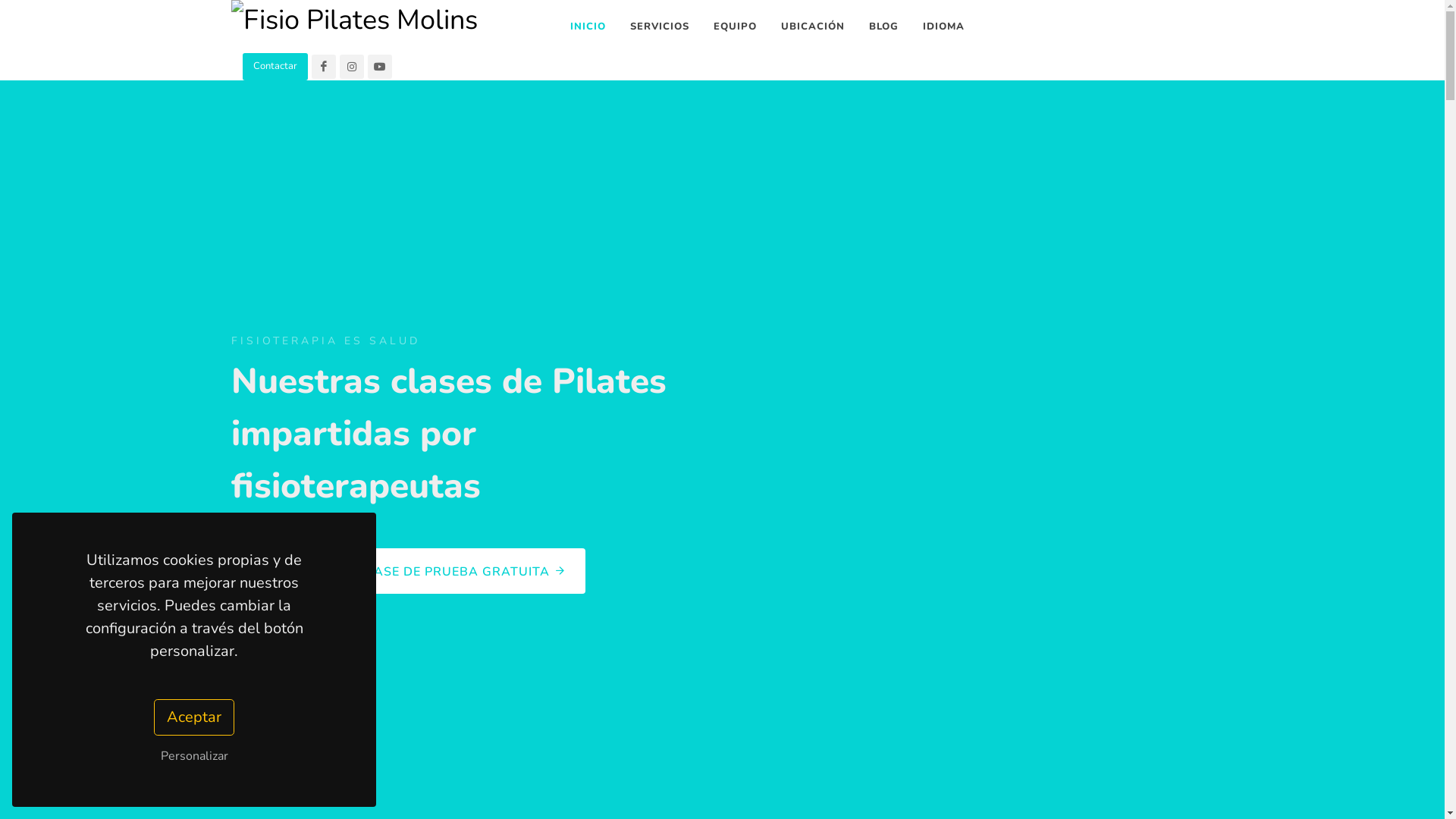  What do you see at coordinates (735, 26) in the screenshot?
I see `'EQUIPO'` at bounding box center [735, 26].